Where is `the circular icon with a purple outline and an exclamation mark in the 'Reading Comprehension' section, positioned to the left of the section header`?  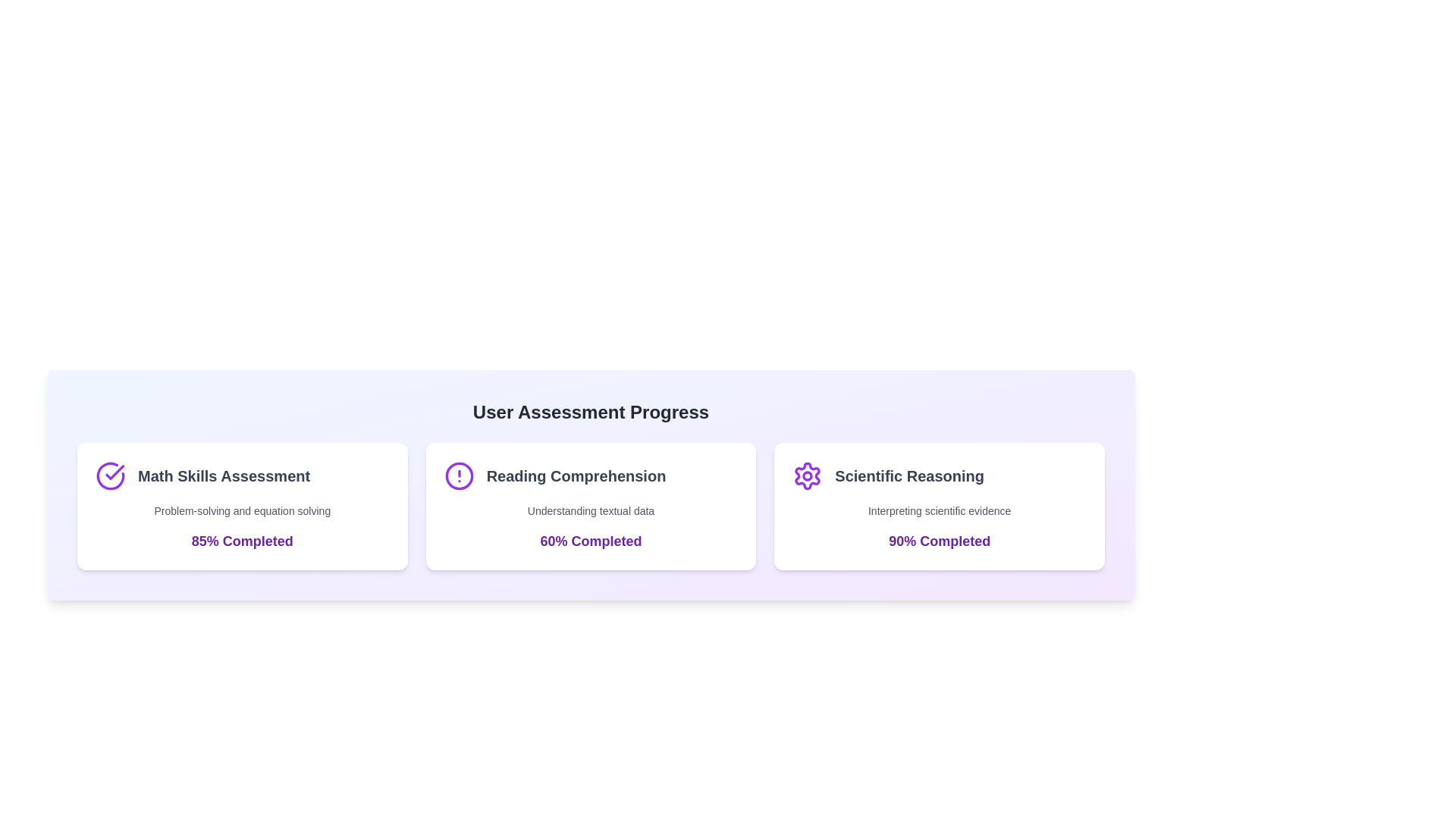
the circular icon with a purple outline and an exclamation mark in the 'Reading Comprehension' section, positioned to the left of the section header is located at coordinates (458, 475).